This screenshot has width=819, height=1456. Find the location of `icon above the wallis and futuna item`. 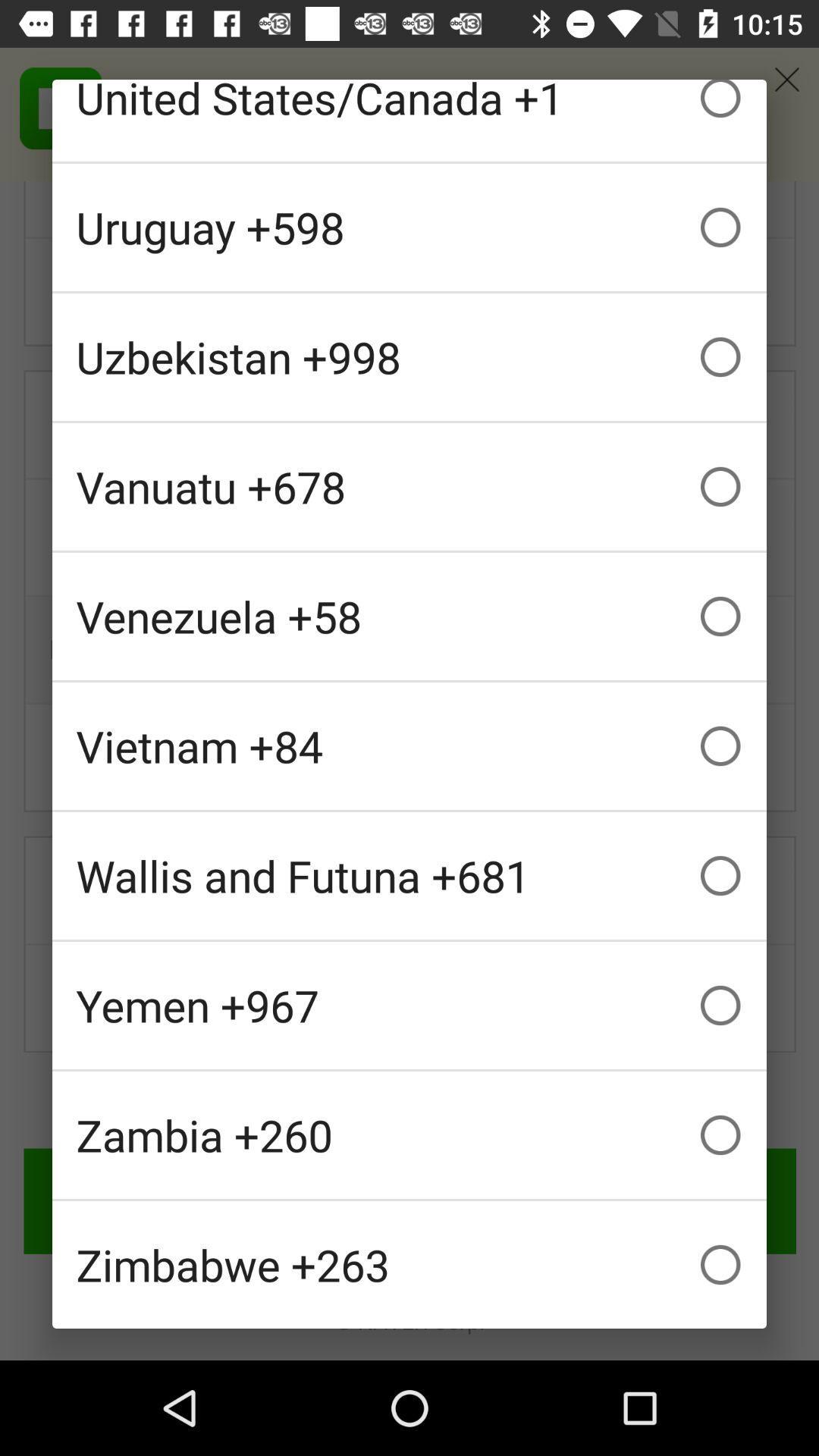

icon above the wallis and futuna item is located at coordinates (409, 745).